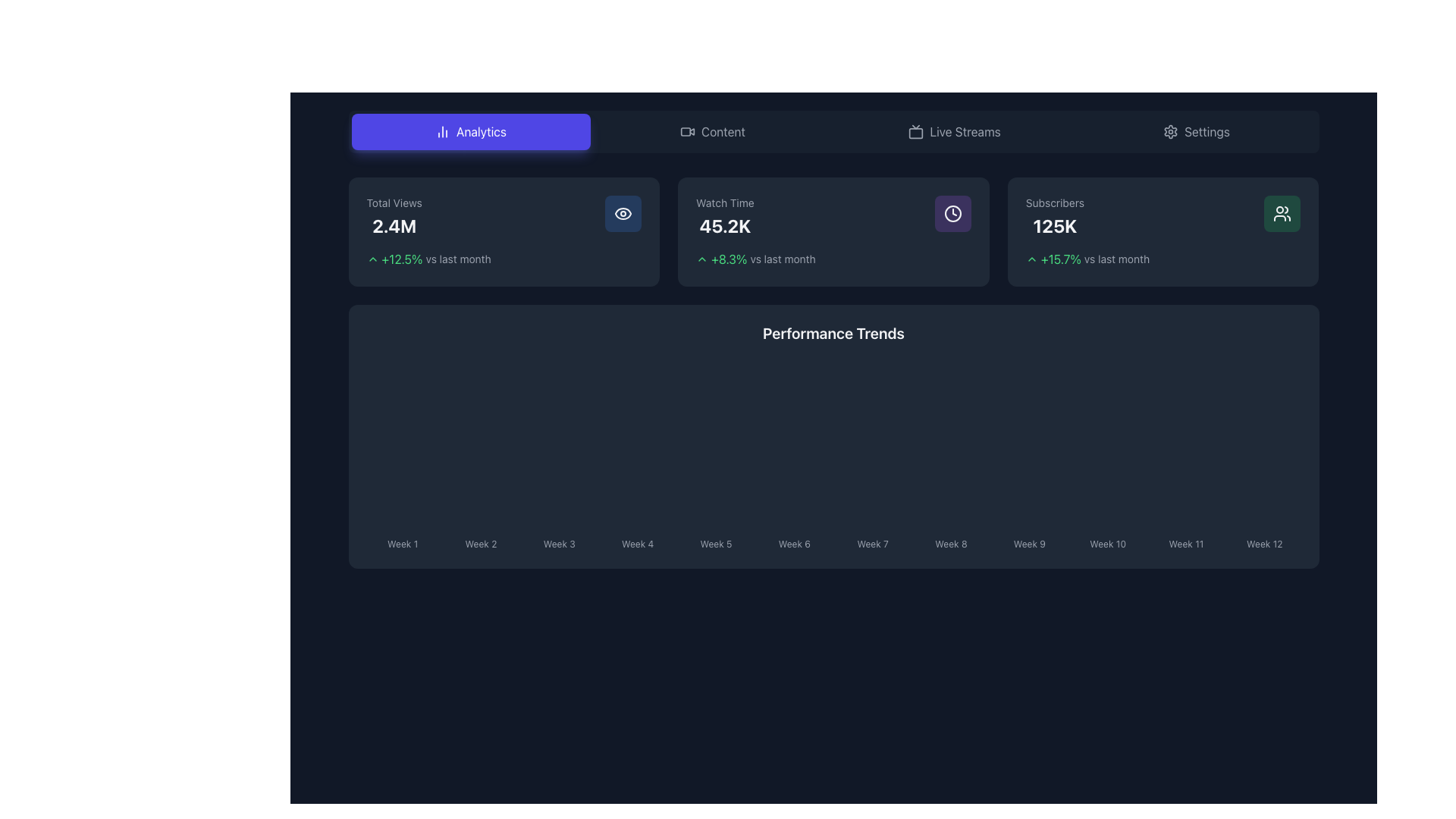 This screenshot has width=1456, height=819. Describe the element at coordinates (1108, 540) in the screenshot. I see `the static text label indicating data for the tenth week in the performance trend chart, located in the 10th position of a horizontal row of 12 elements` at that location.